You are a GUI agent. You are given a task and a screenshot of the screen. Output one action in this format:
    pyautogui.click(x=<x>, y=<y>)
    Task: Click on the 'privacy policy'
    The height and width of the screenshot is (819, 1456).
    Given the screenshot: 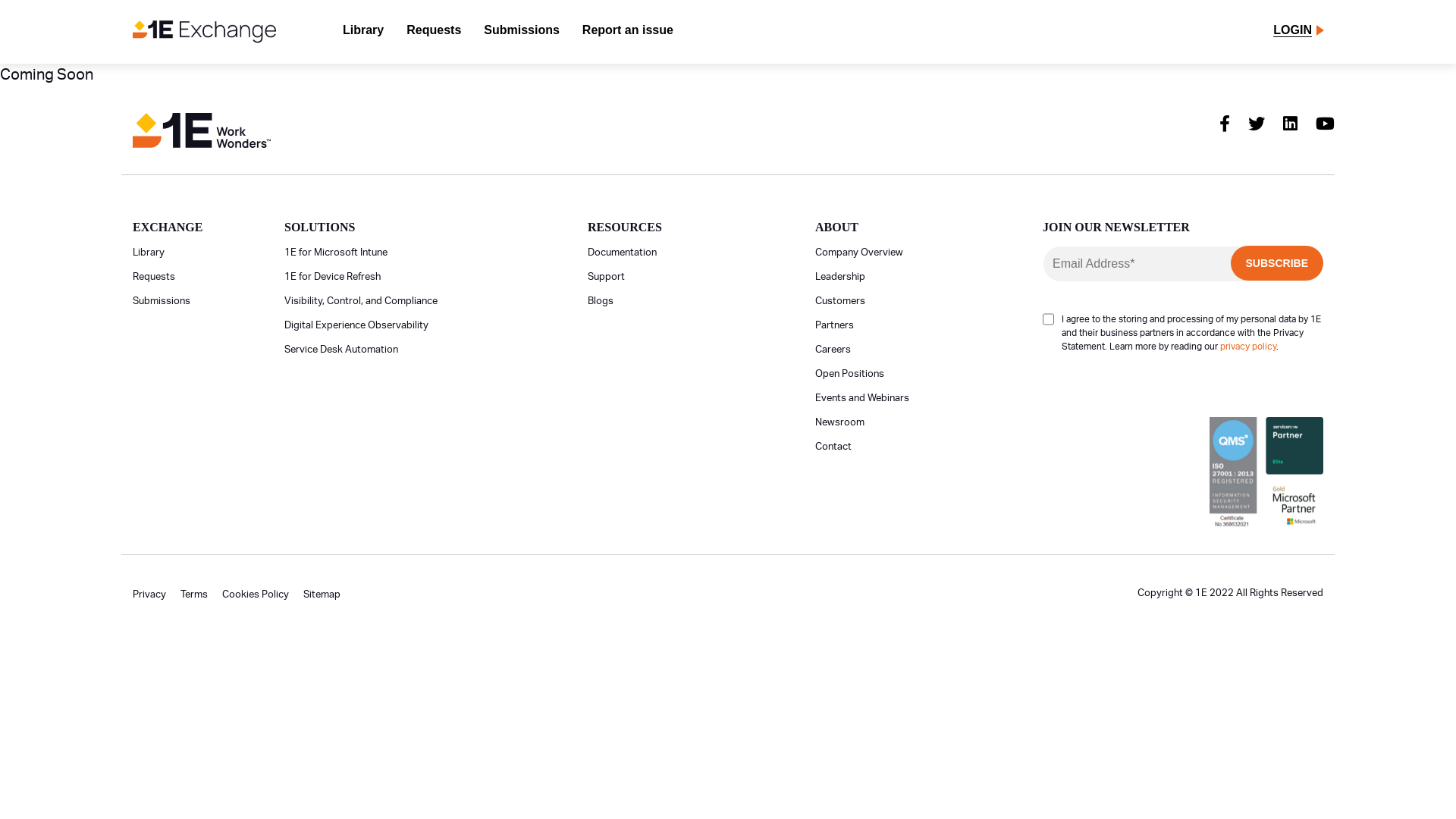 What is the action you would take?
    pyautogui.click(x=1248, y=346)
    